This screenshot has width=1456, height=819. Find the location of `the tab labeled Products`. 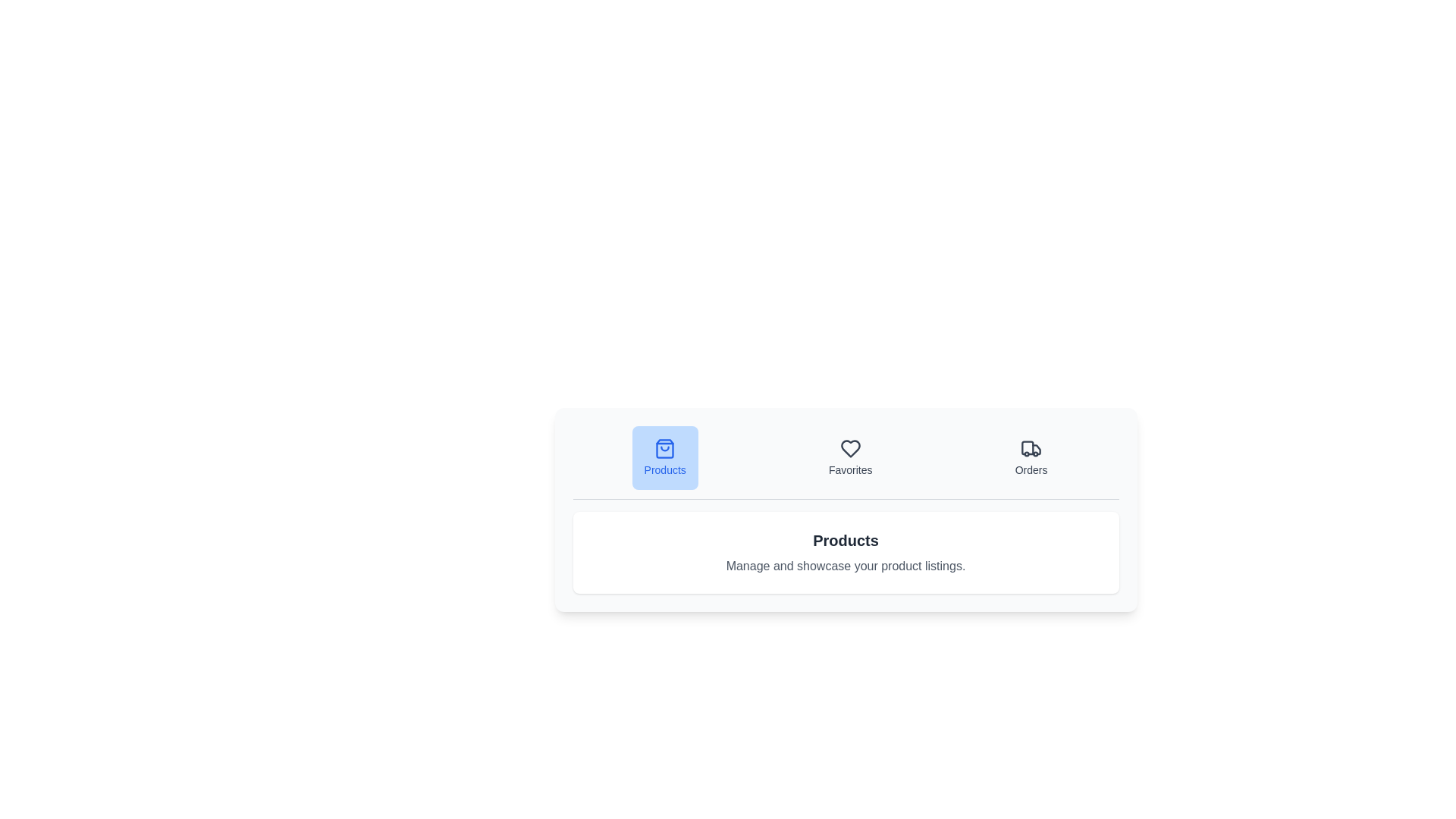

the tab labeled Products is located at coordinates (665, 457).